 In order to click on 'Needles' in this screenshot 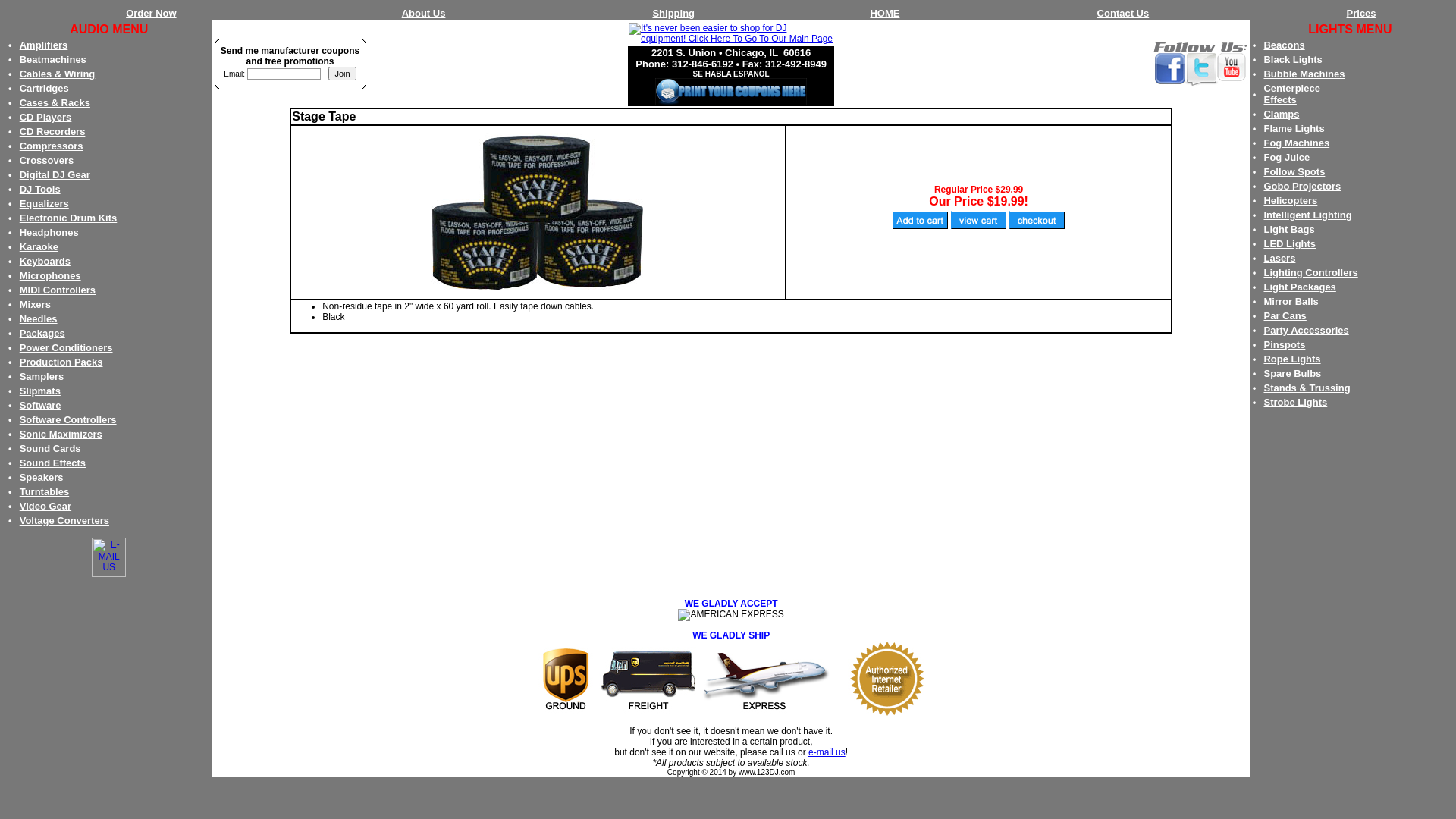, I will do `click(39, 318)`.